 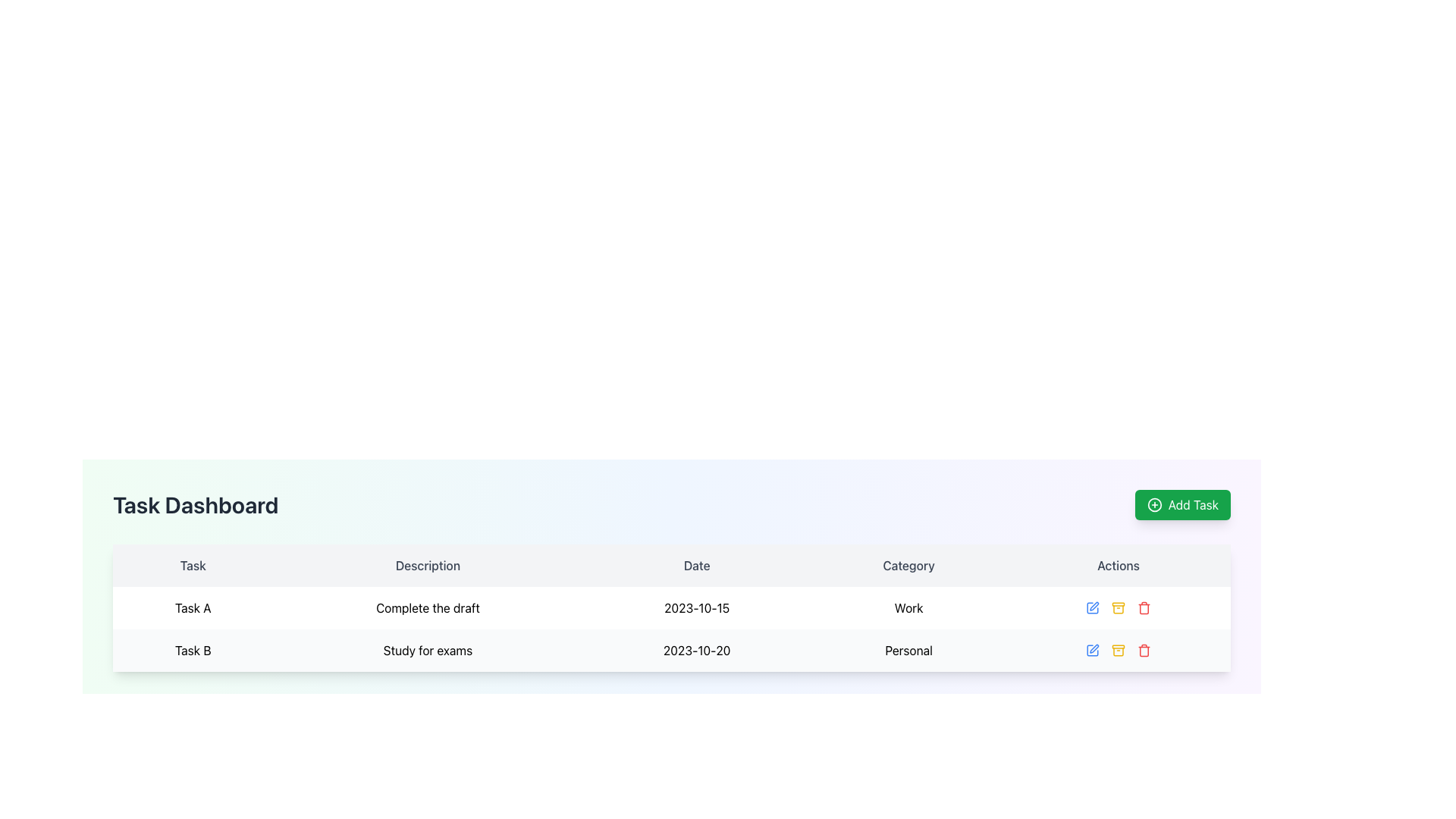 I want to click on the 'Personal' category label in the second task row of the table under the 'Category' column, so click(x=908, y=649).